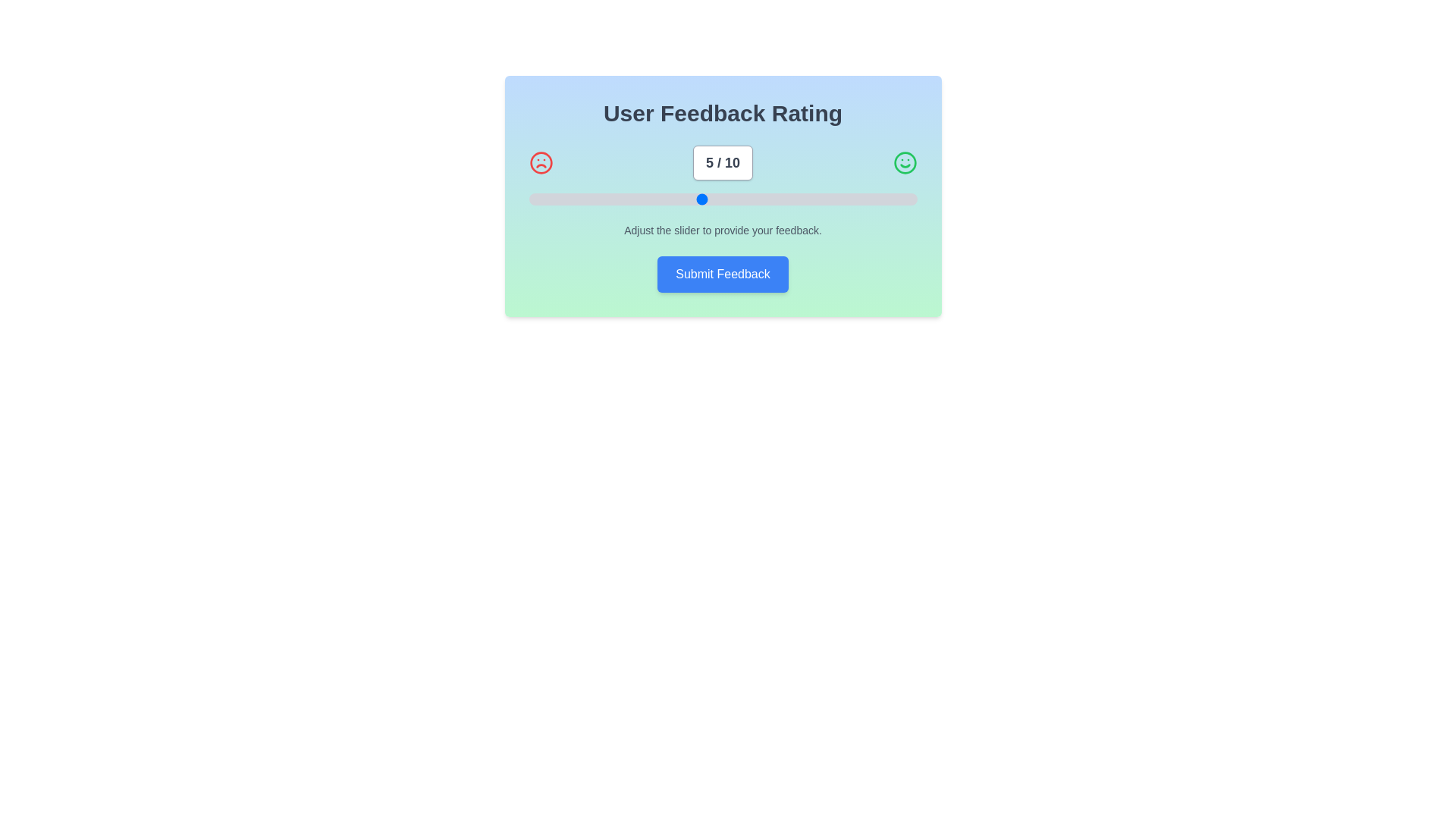 The image size is (1456, 819). I want to click on submit feedback button, so click(722, 275).